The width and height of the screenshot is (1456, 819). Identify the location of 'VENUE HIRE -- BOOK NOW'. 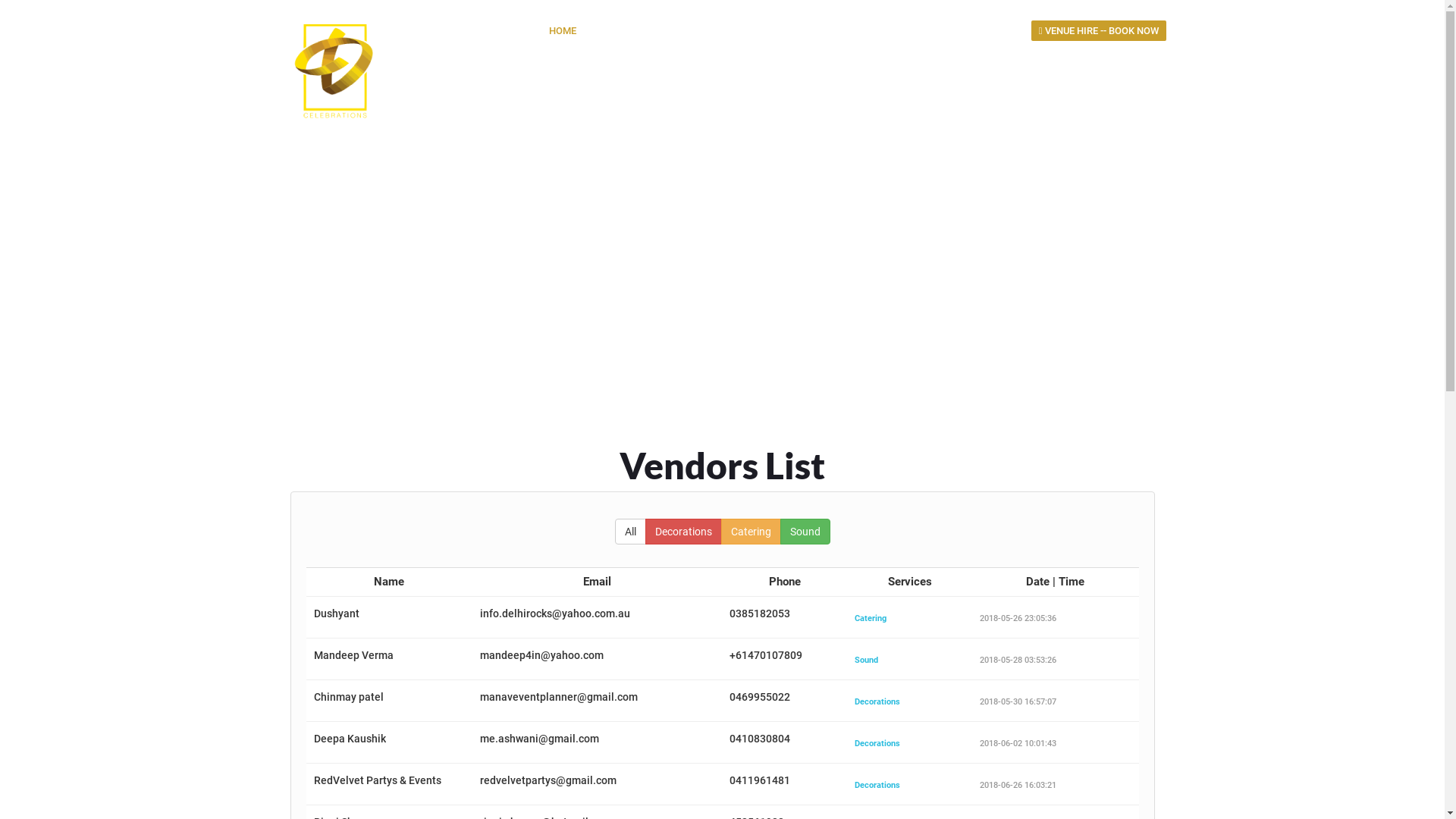
(1099, 30).